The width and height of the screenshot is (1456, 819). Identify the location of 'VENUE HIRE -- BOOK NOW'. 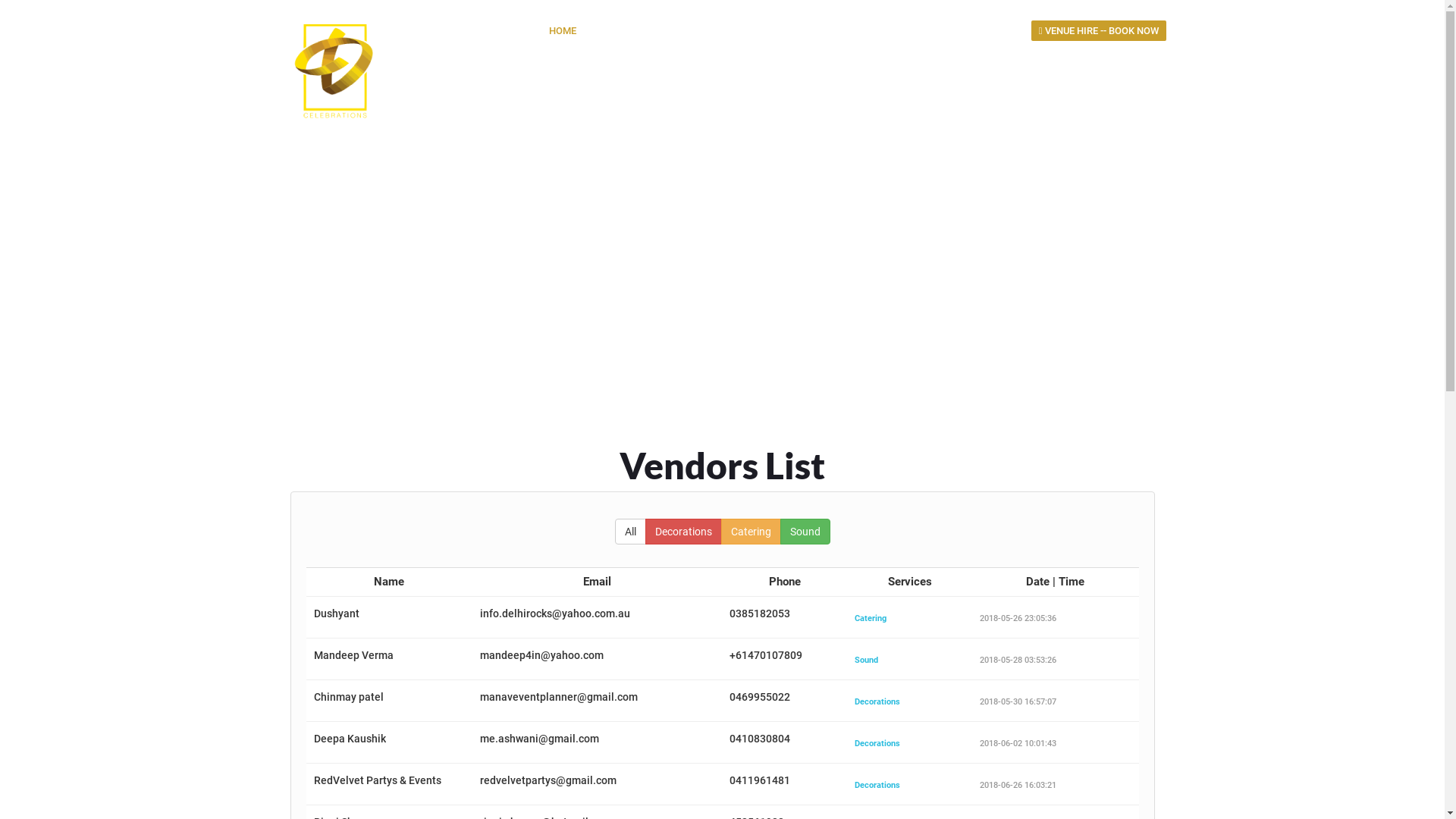
(1099, 30).